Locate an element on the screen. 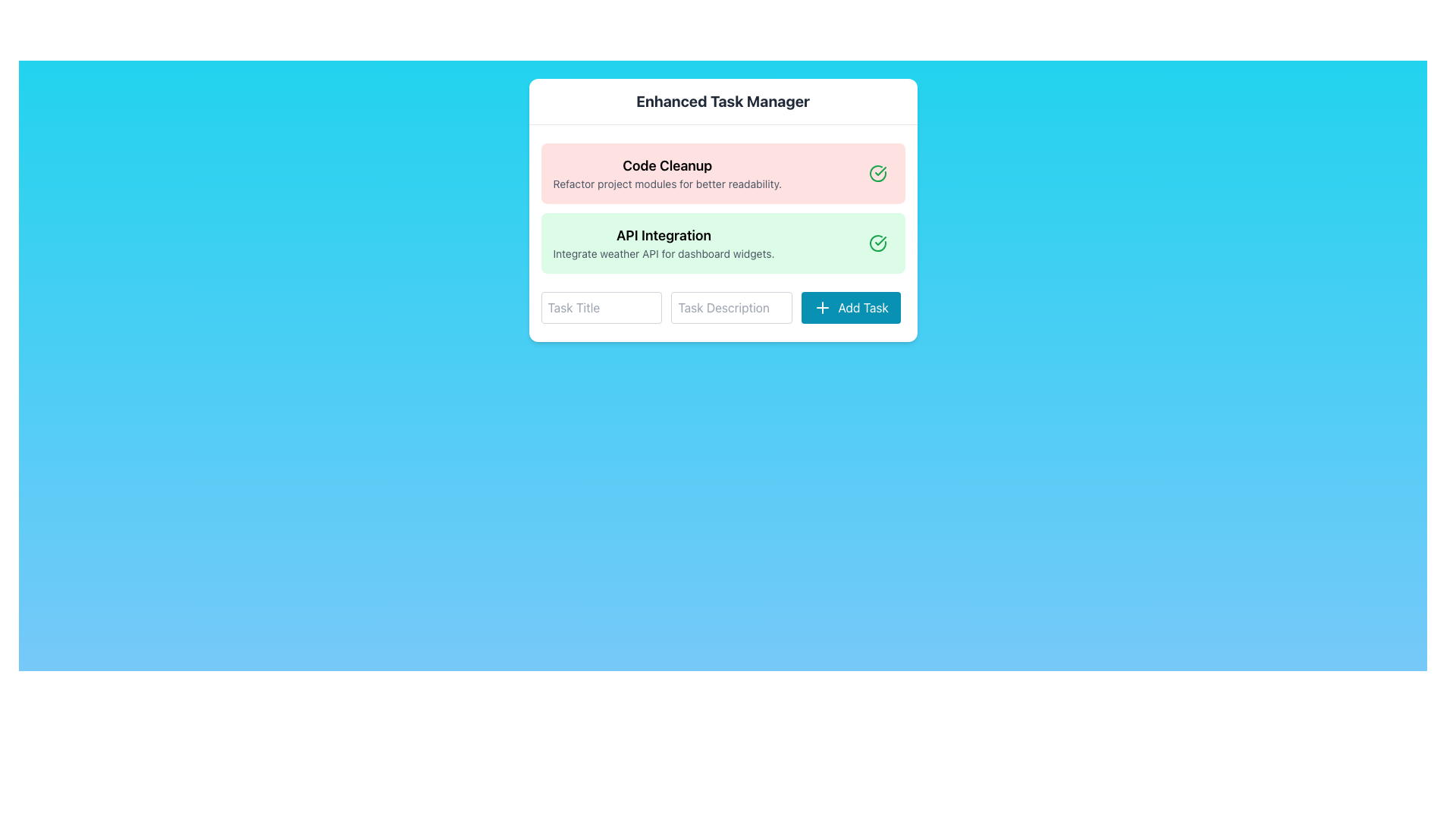 Image resolution: width=1456 pixels, height=819 pixels. the completed status icon for the 'API Integration' task, which is located to the right of the task text inside the green-highlighted section is located at coordinates (877, 172).